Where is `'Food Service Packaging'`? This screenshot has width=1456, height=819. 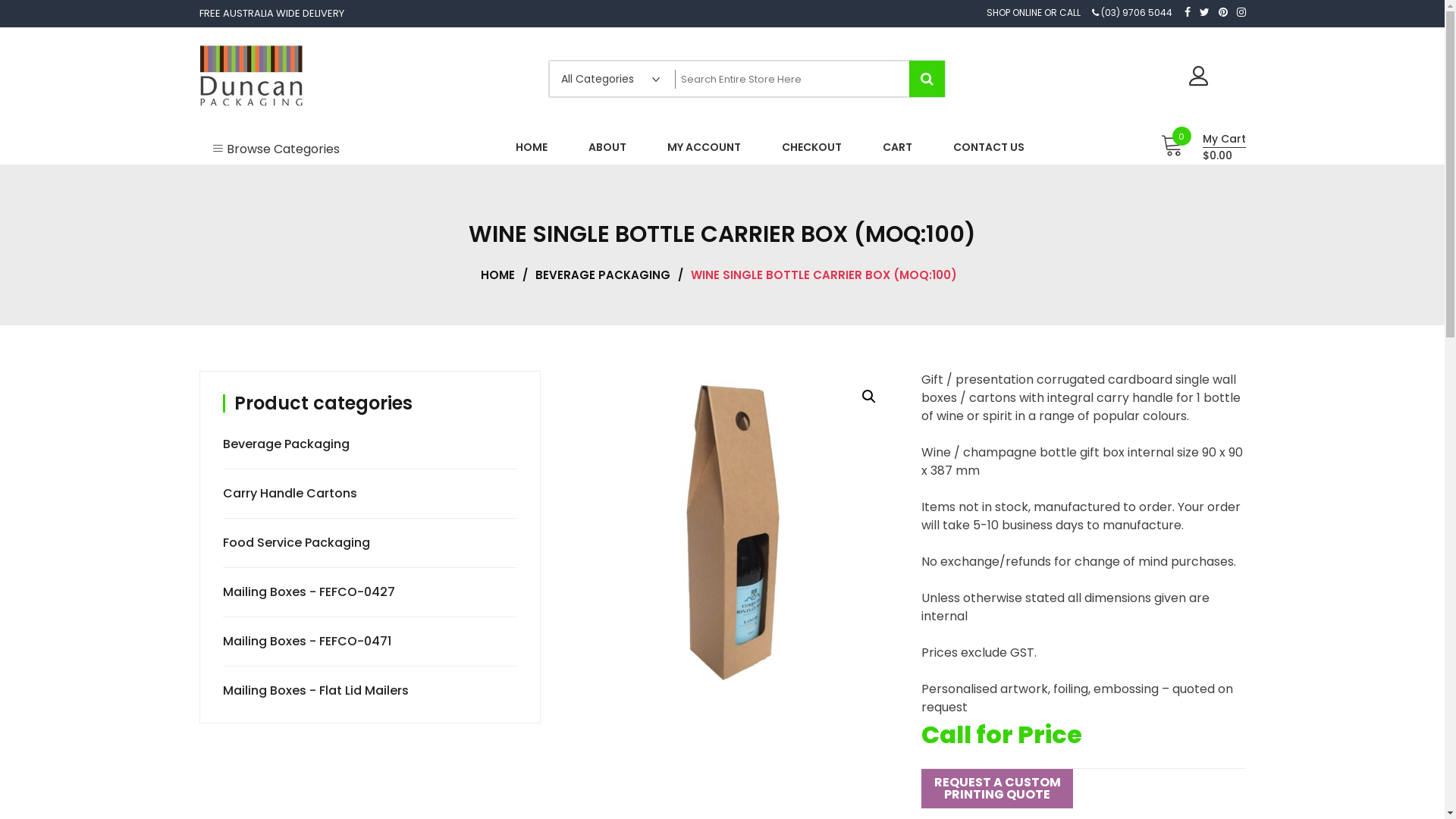 'Food Service Packaging' is located at coordinates (298, 541).